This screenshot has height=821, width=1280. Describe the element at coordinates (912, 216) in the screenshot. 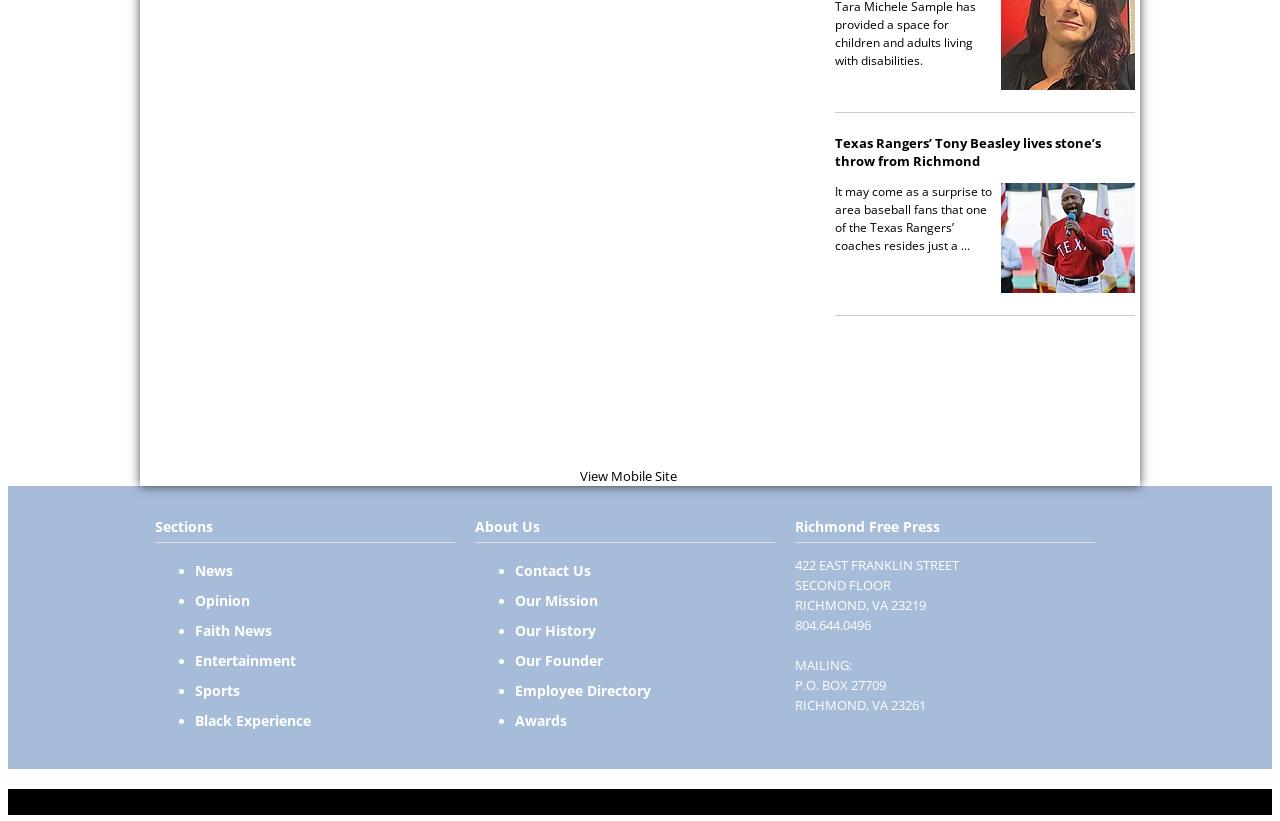

I see `'It may come as a surprise to area baseball fans that one of the Texas Rangers’ coaches resides just a ...'` at that location.